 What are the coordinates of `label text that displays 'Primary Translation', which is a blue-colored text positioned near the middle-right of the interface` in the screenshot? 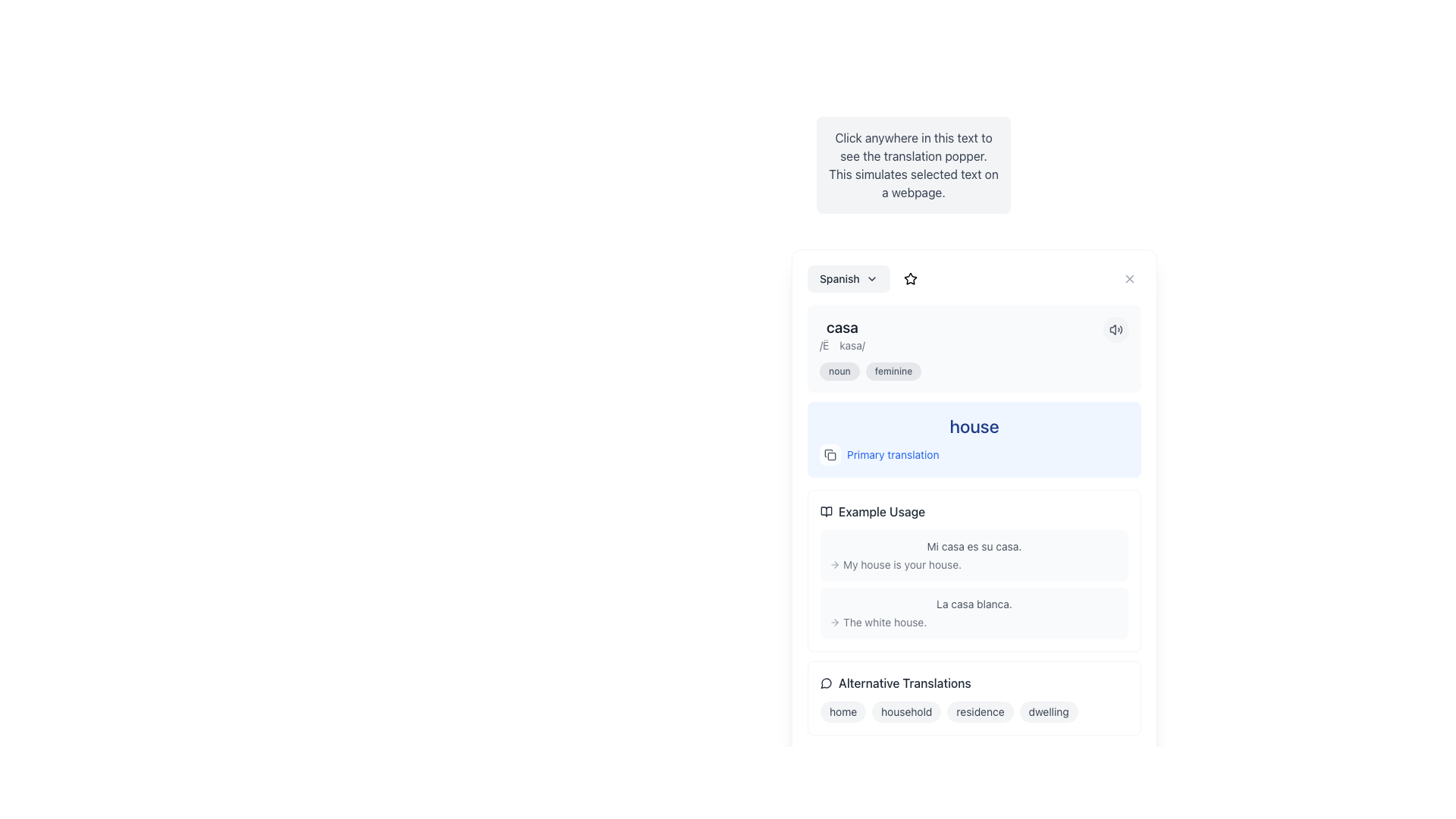 It's located at (893, 454).